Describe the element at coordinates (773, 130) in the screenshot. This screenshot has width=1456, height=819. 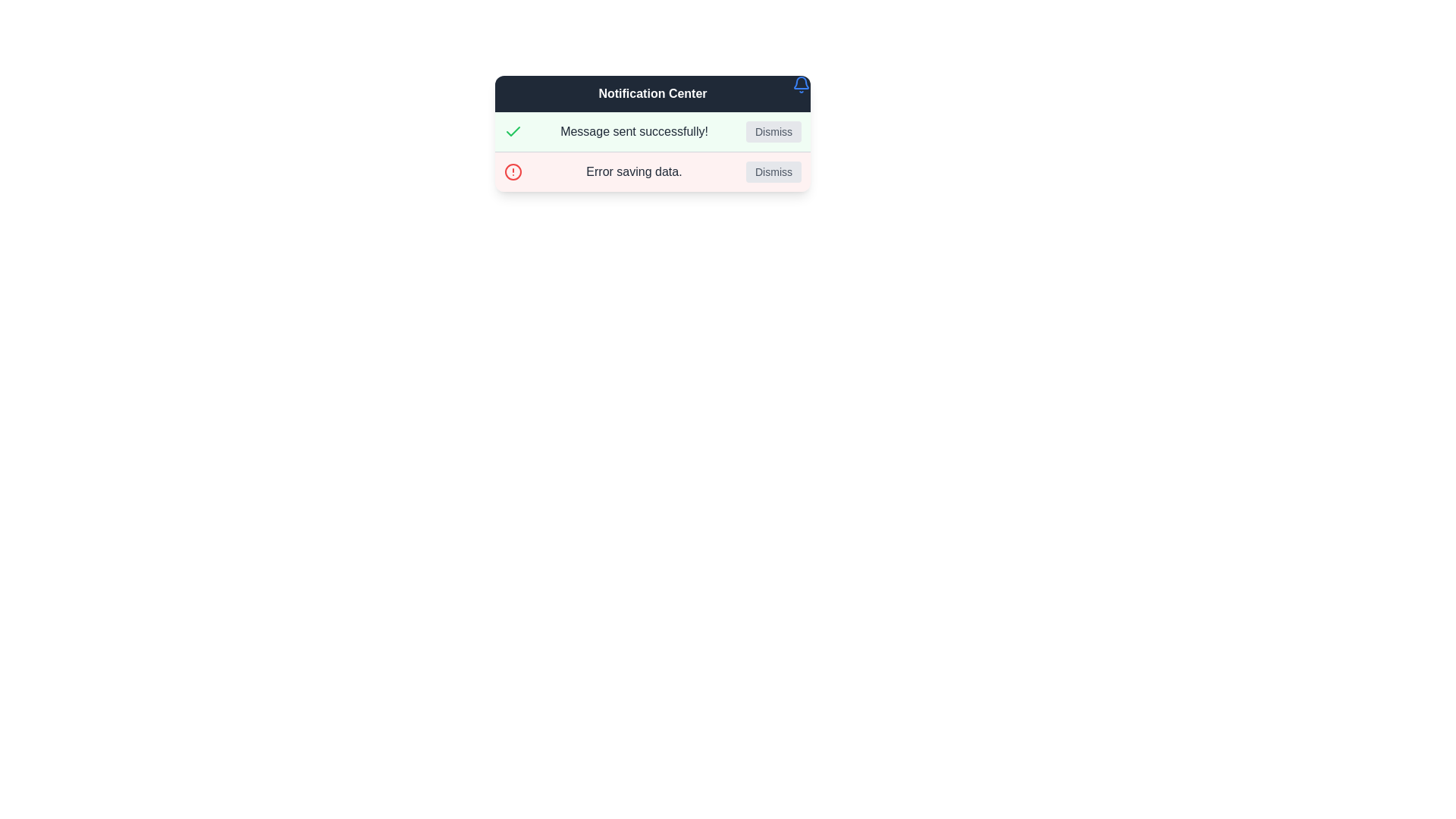
I see `the dismiss button located in the top-right corner of the green notification box containing the message 'Message sent successfully!'` at that location.